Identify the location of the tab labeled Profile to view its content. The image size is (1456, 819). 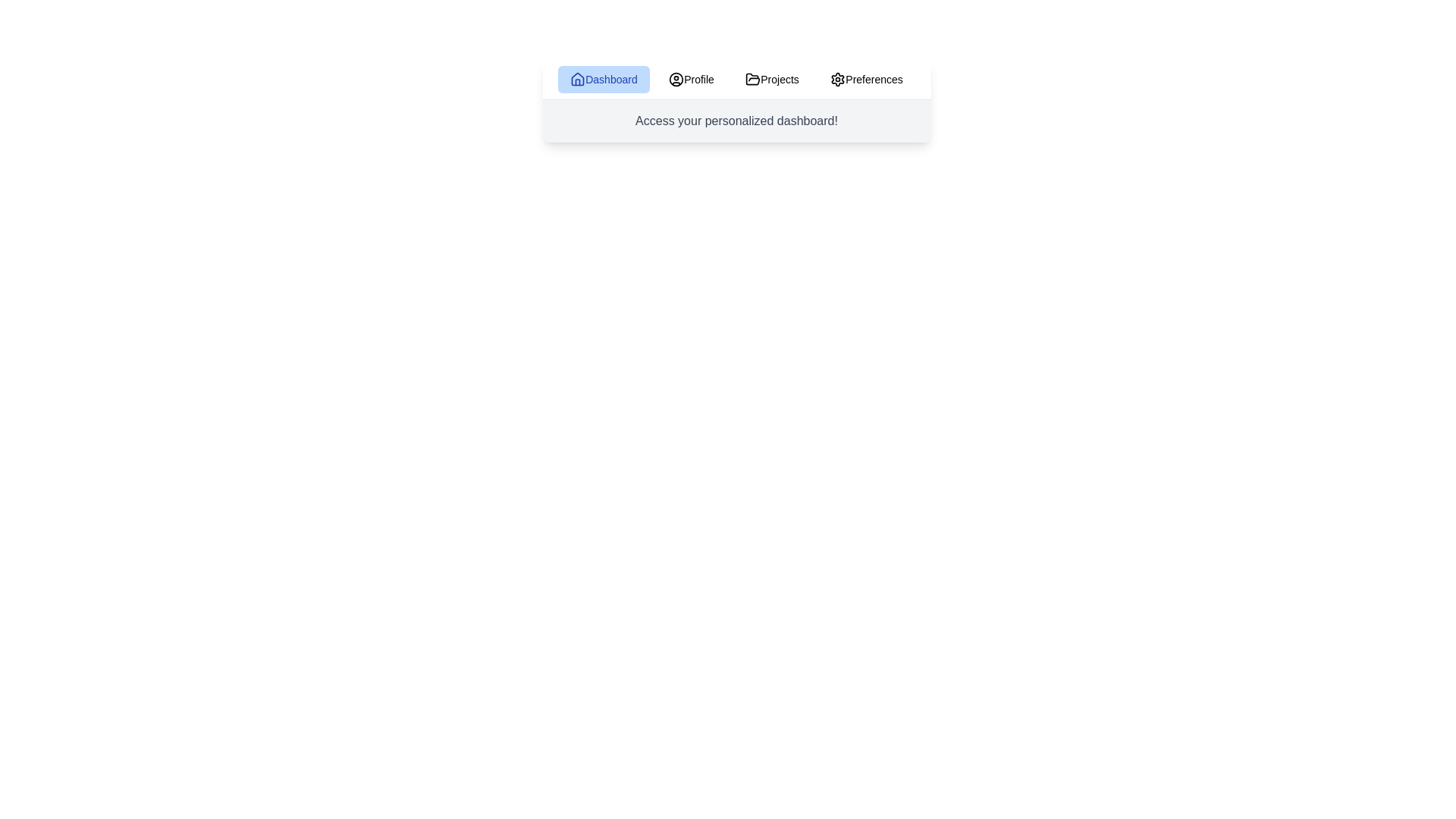
(691, 79).